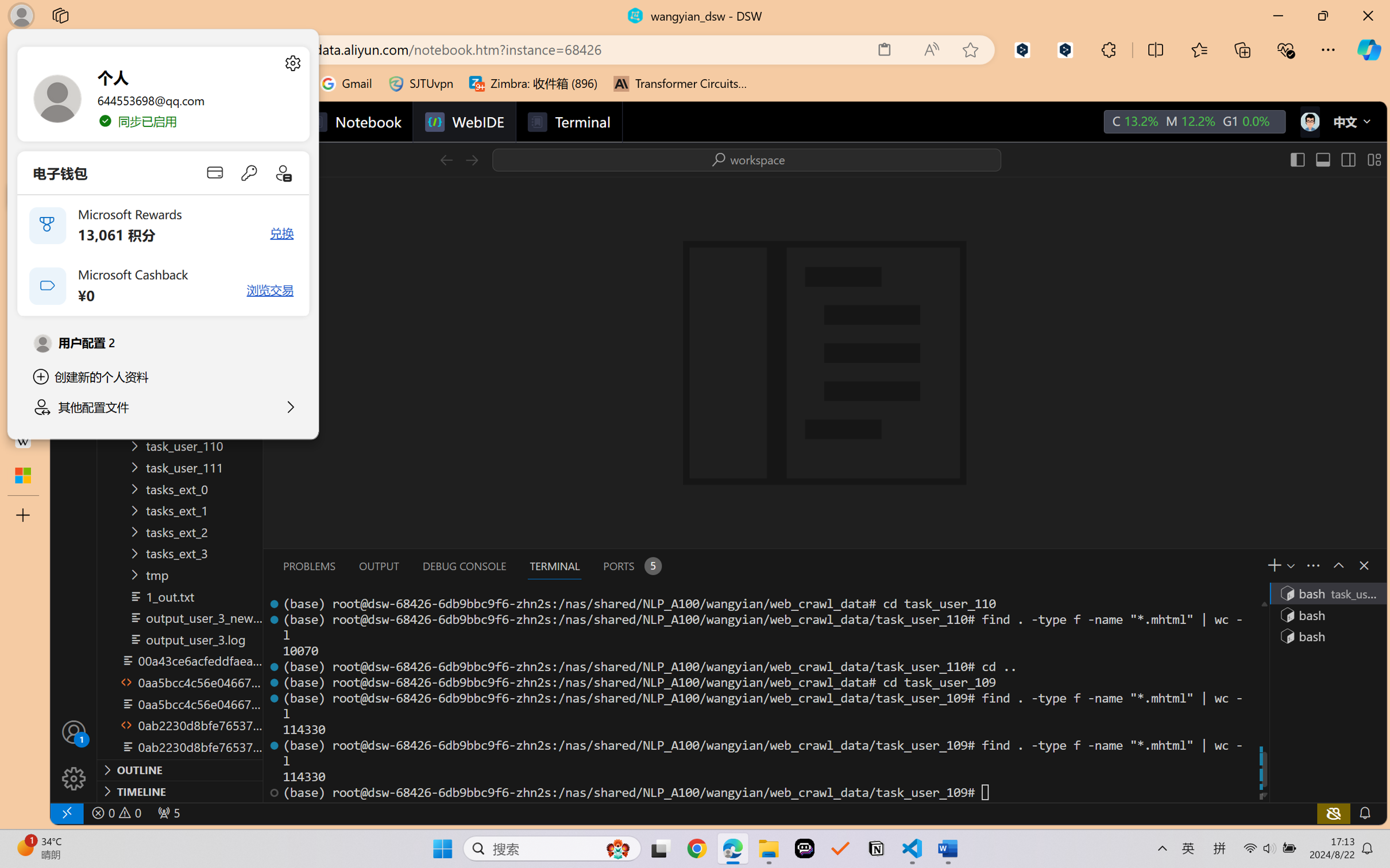 The height and width of the screenshot is (868, 1390). Describe the element at coordinates (1326, 593) in the screenshot. I see `'Terminal 1 bash'` at that location.